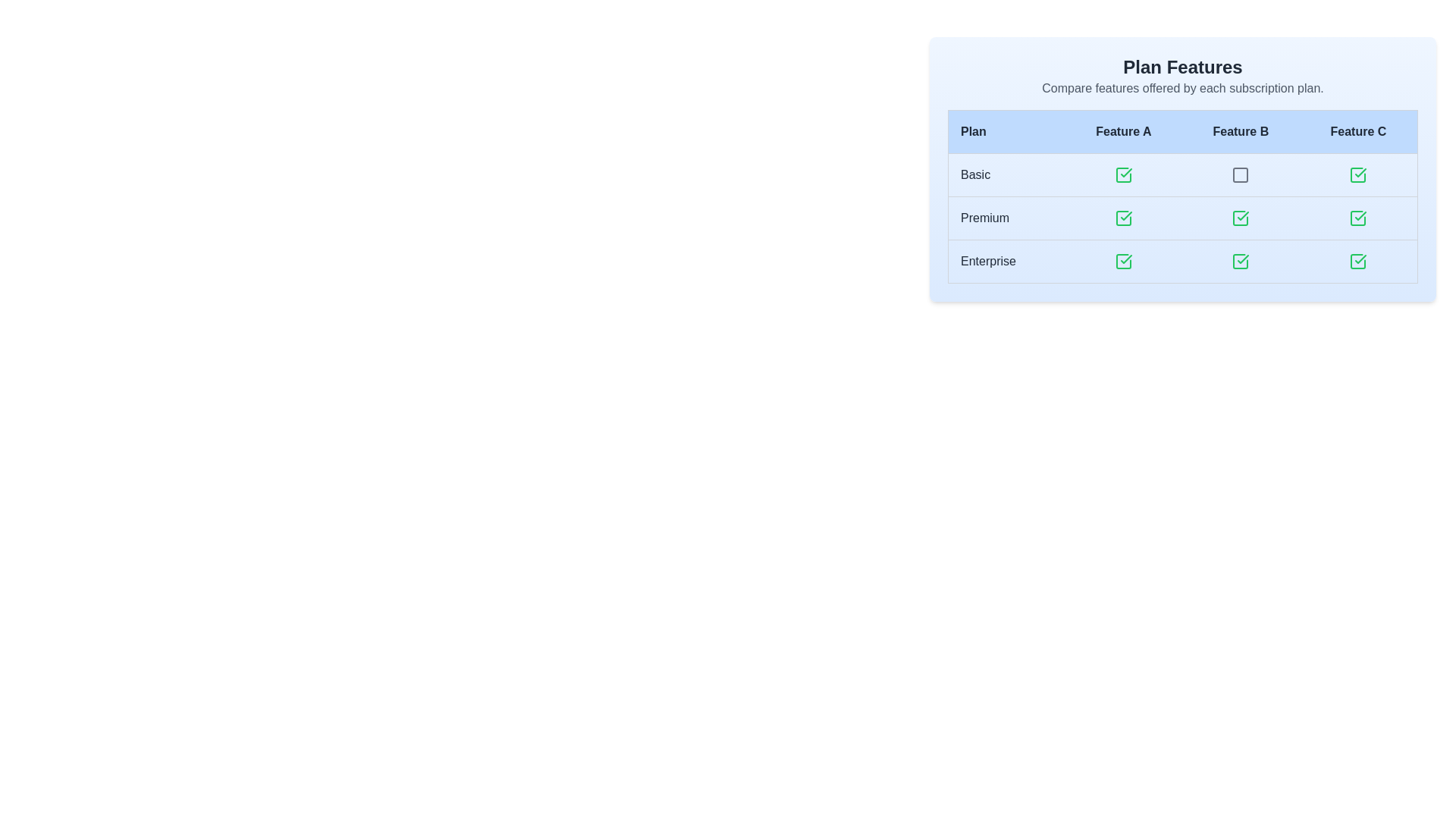  What do you see at coordinates (1243, 216) in the screenshot?
I see `the checkmark vector icon in the 'Feature B' column of the 'Premium' subscription plan` at bounding box center [1243, 216].